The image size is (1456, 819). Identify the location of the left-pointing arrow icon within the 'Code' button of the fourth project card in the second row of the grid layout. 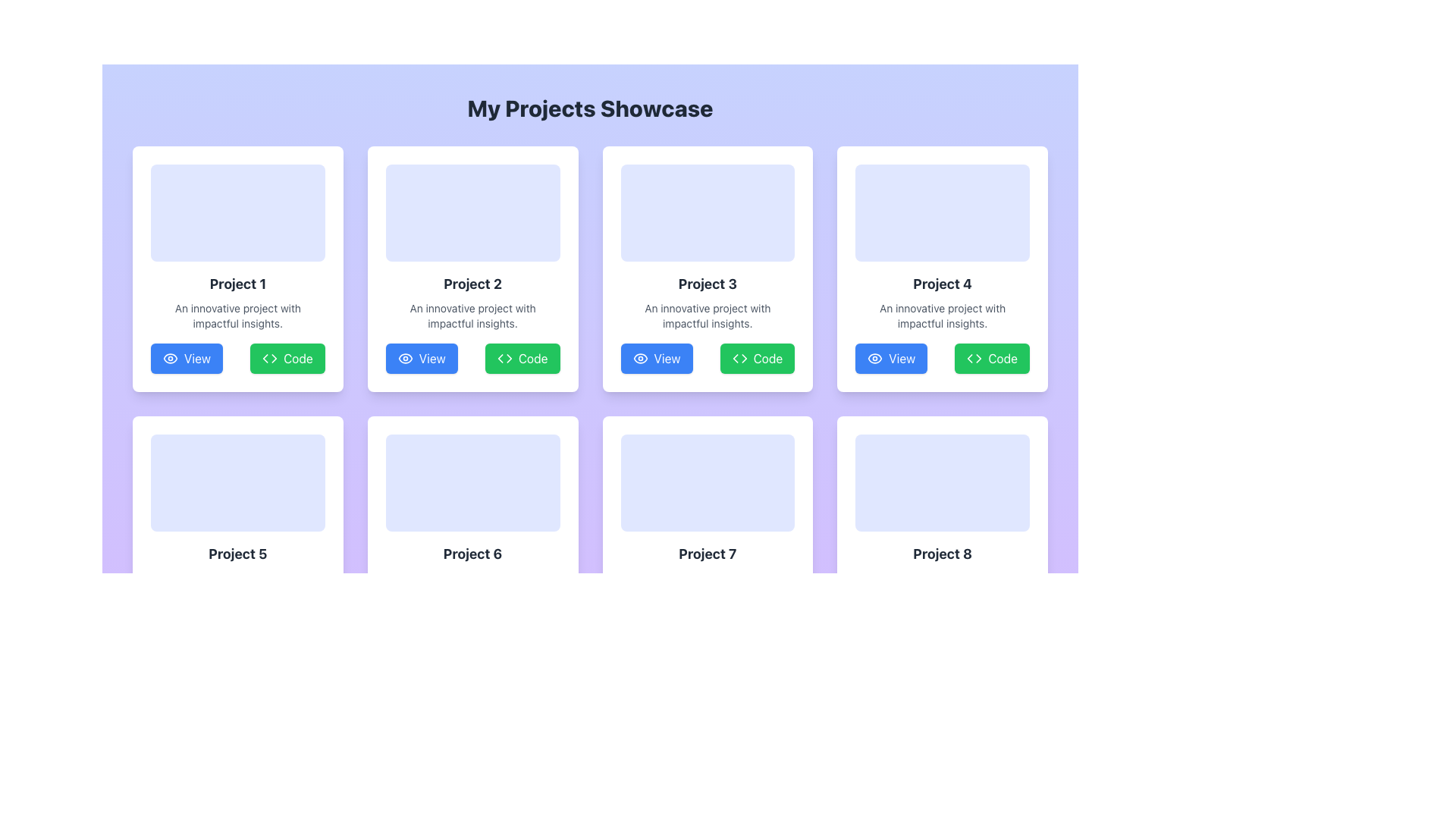
(969, 359).